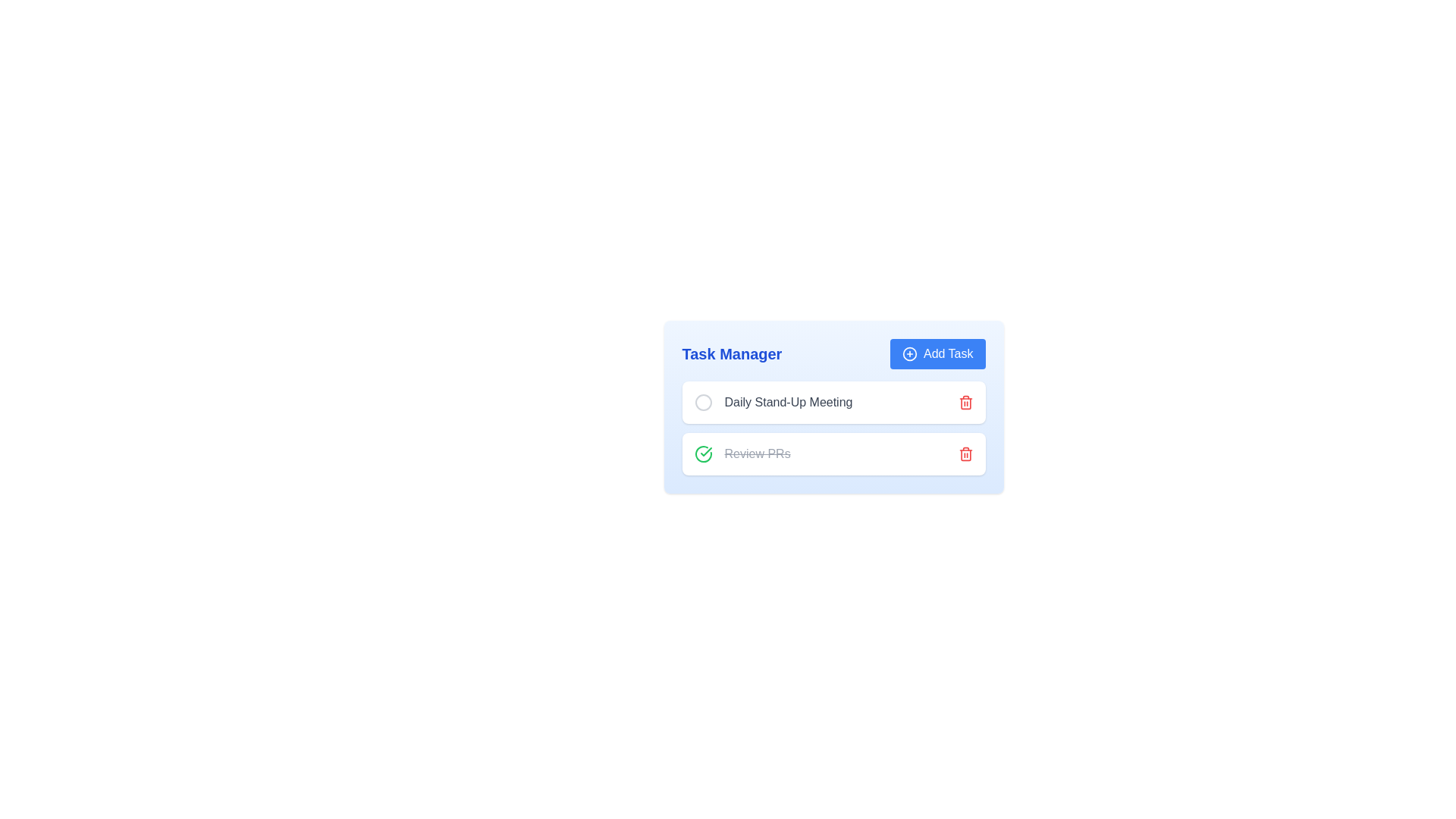 Image resolution: width=1456 pixels, height=819 pixels. Describe the element at coordinates (732, 353) in the screenshot. I see `the Text Label that serves as a title or header for the section, positioned to the left of the 'Add Task' button` at that location.